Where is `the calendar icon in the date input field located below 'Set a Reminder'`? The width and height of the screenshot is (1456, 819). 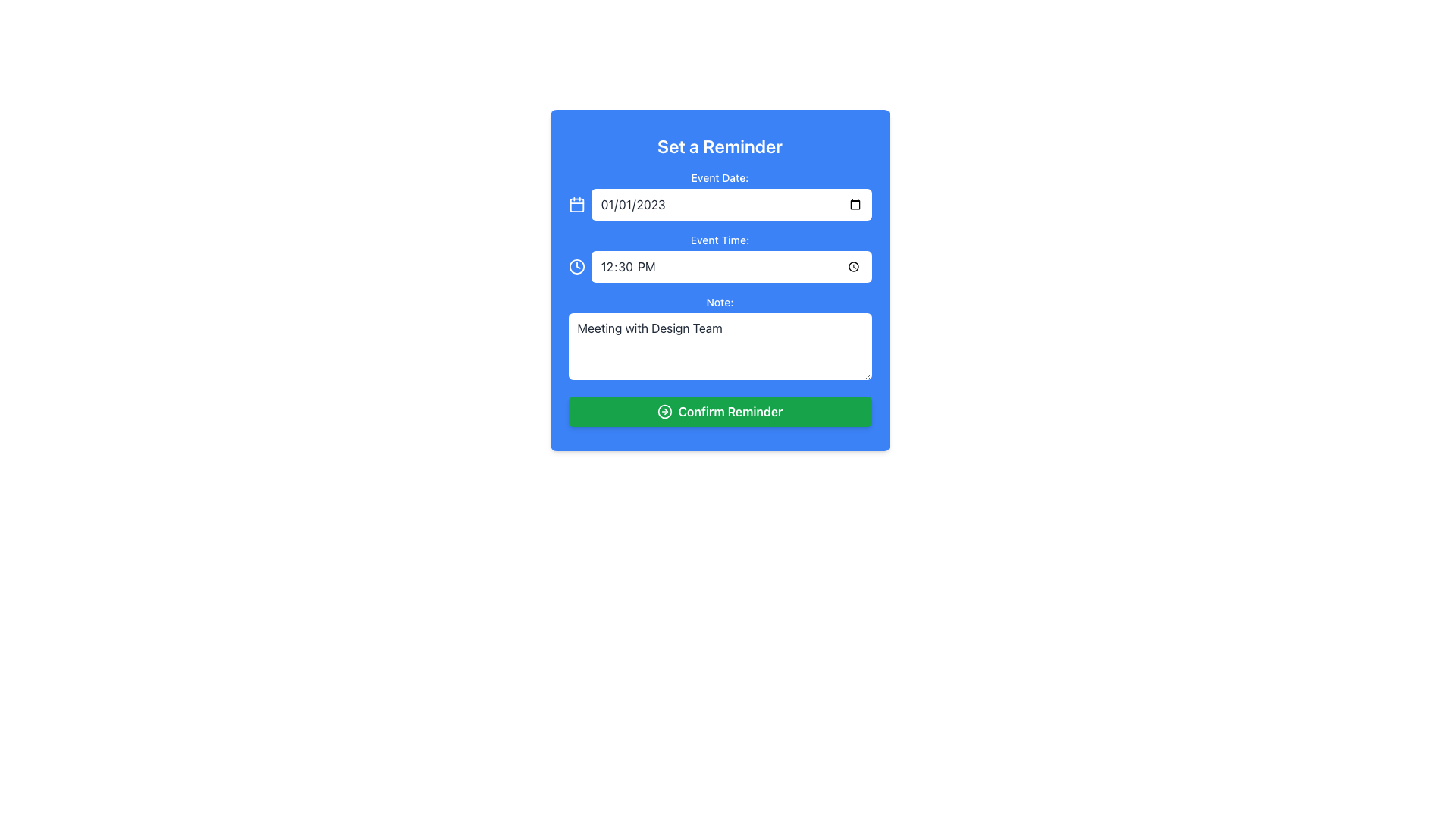
the calendar icon in the date input field located below 'Set a Reminder' is located at coordinates (719, 195).